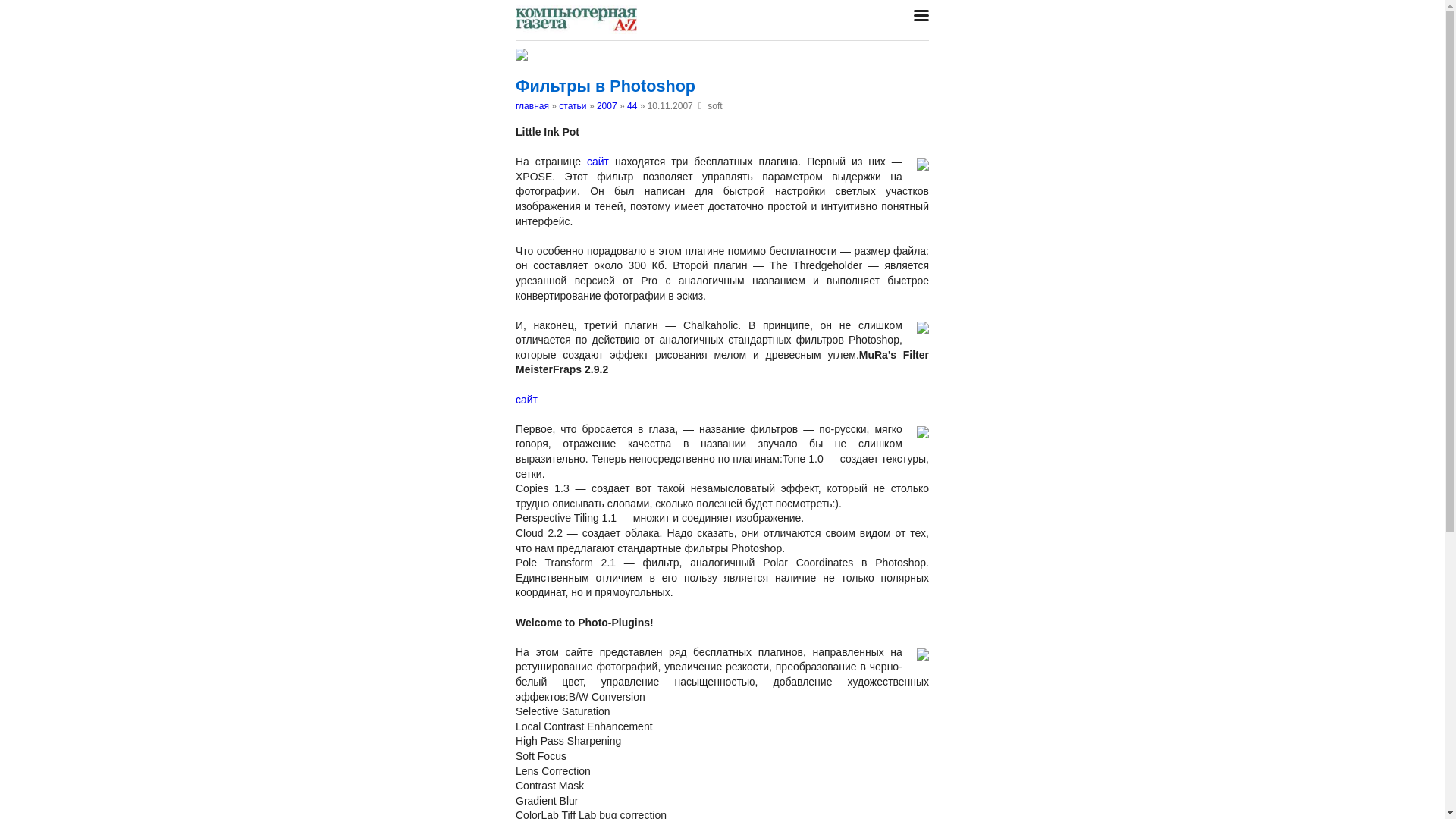  Describe the element at coordinates (607, 105) in the screenshot. I see `'2007'` at that location.